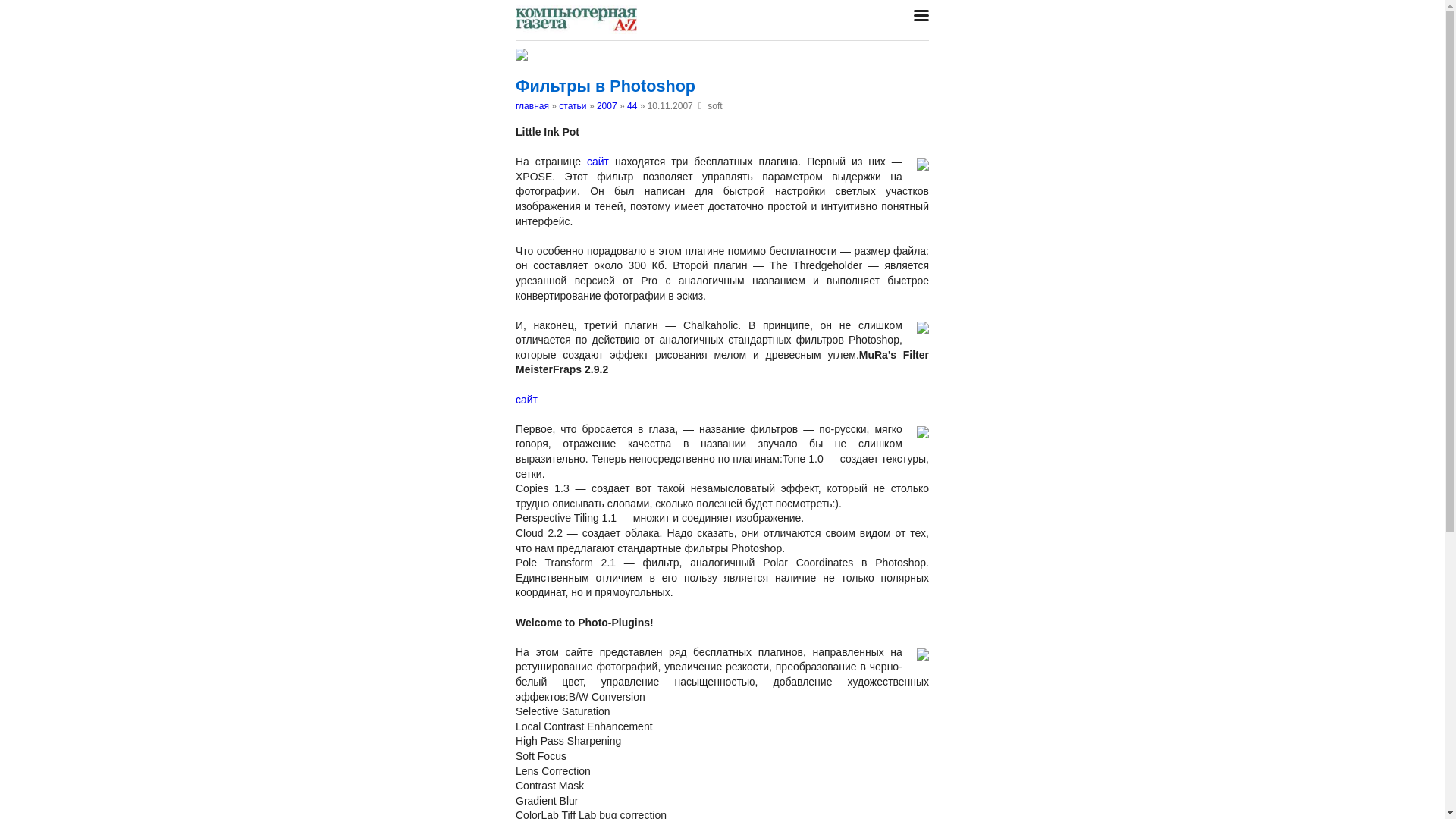  Describe the element at coordinates (607, 105) in the screenshot. I see `'2007'` at that location.